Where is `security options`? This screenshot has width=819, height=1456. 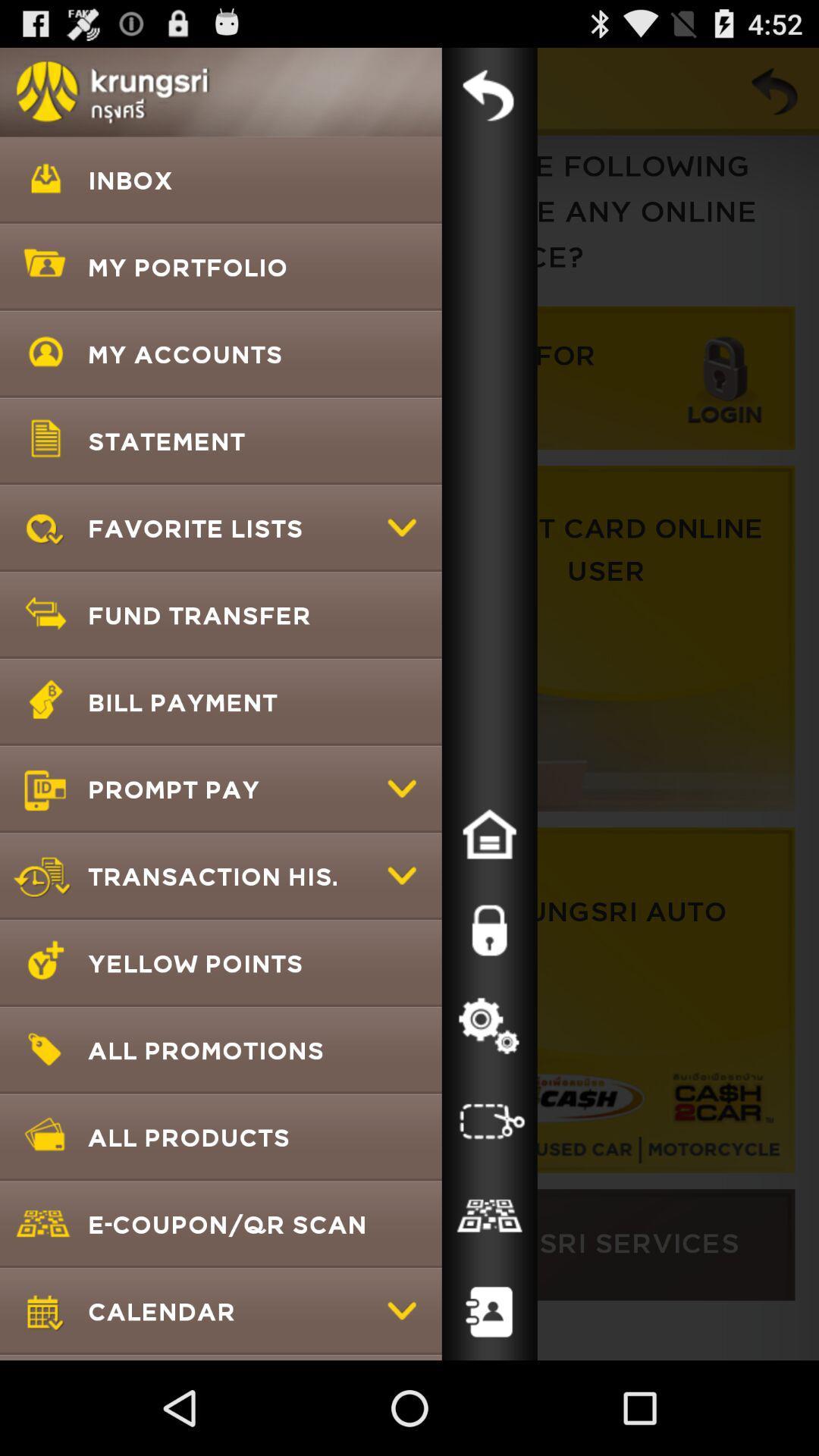
security options is located at coordinates (489, 930).